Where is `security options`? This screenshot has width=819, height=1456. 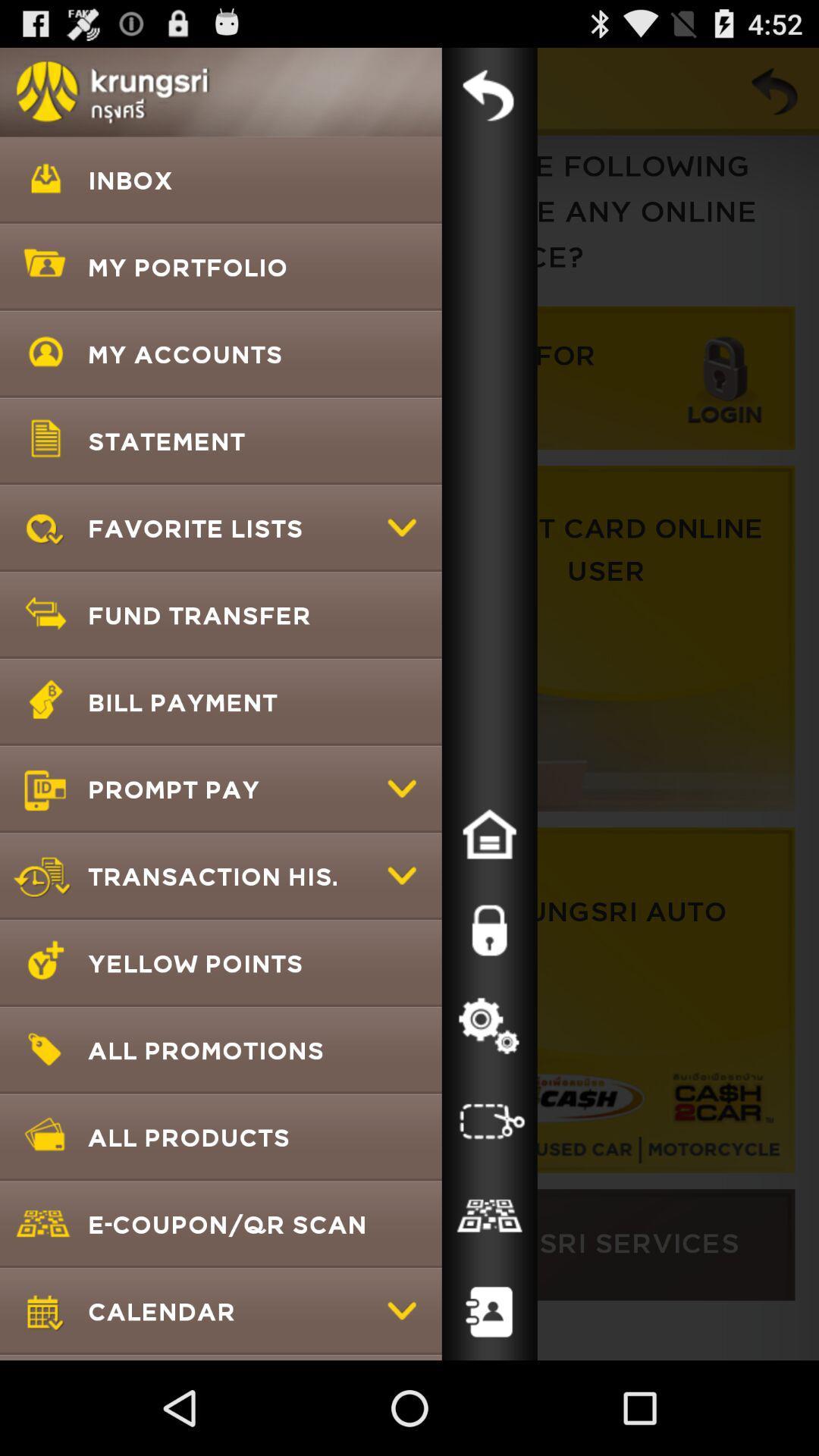
security options is located at coordinates (489, 930).